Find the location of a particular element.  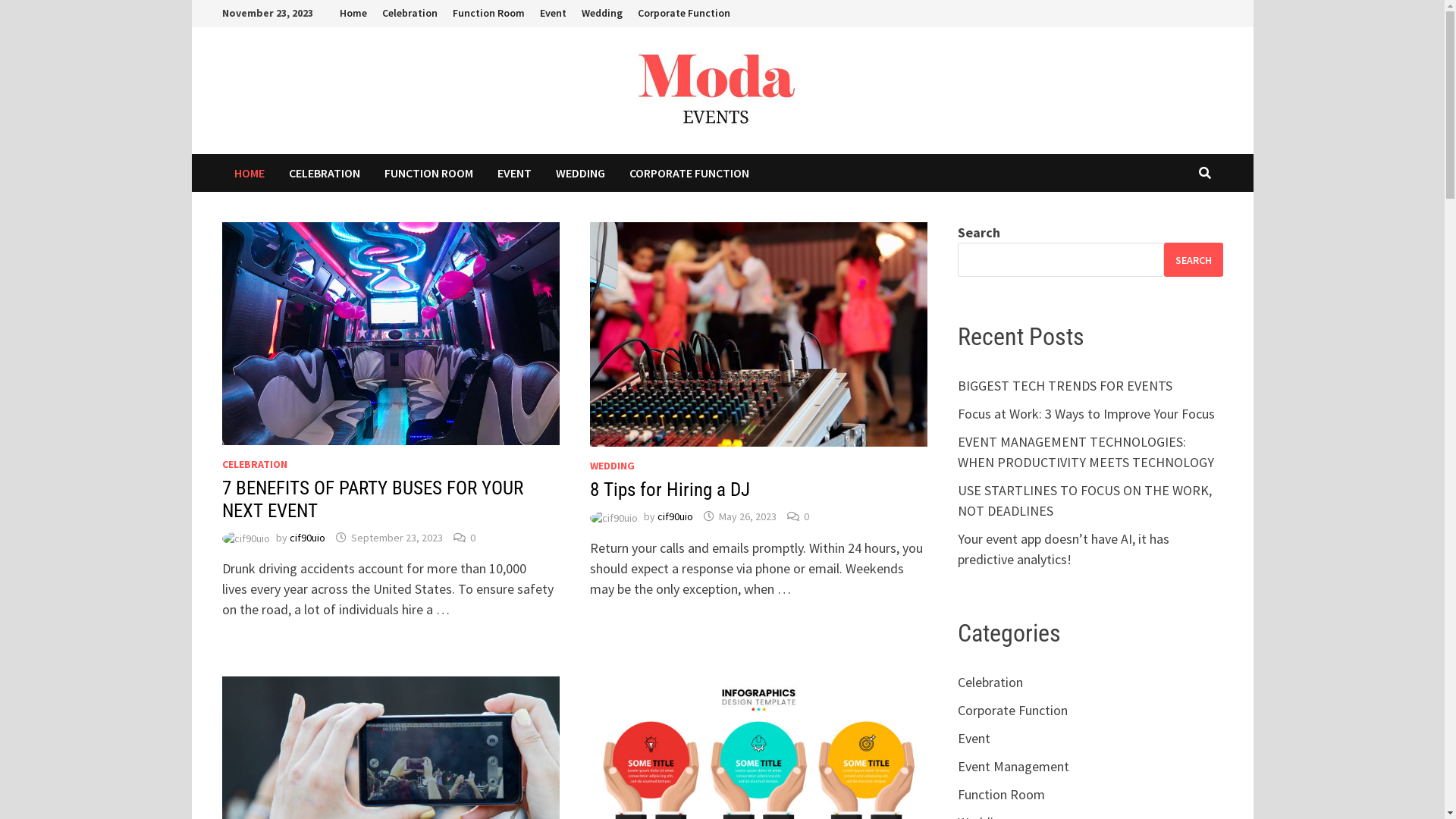

'Celebration' is located at coordinates (409, 13).